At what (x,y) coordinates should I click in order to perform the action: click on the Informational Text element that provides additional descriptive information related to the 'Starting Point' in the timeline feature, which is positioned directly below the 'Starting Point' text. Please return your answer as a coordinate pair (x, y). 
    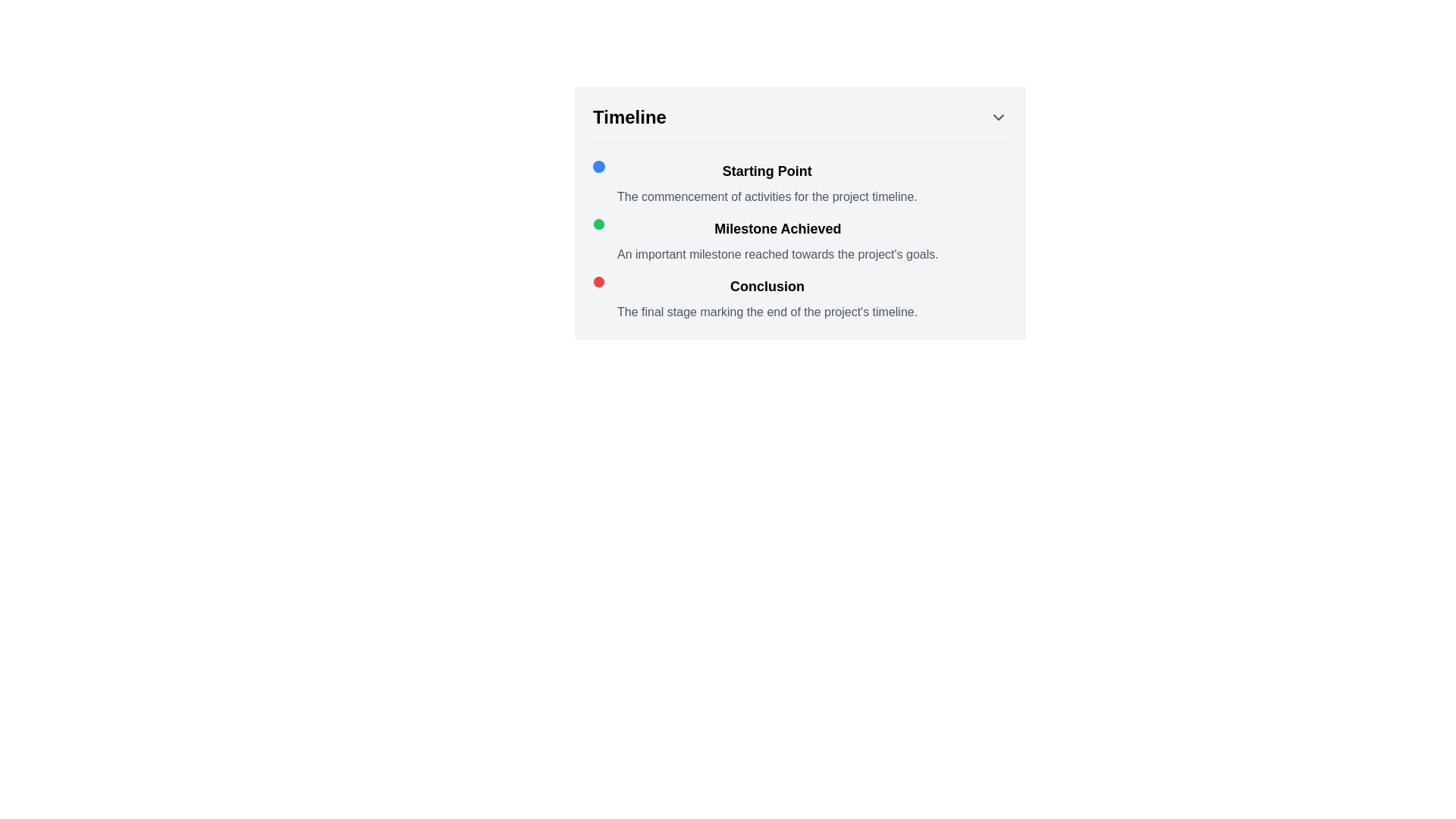
    Looking at the image, I should click on (767, 196).